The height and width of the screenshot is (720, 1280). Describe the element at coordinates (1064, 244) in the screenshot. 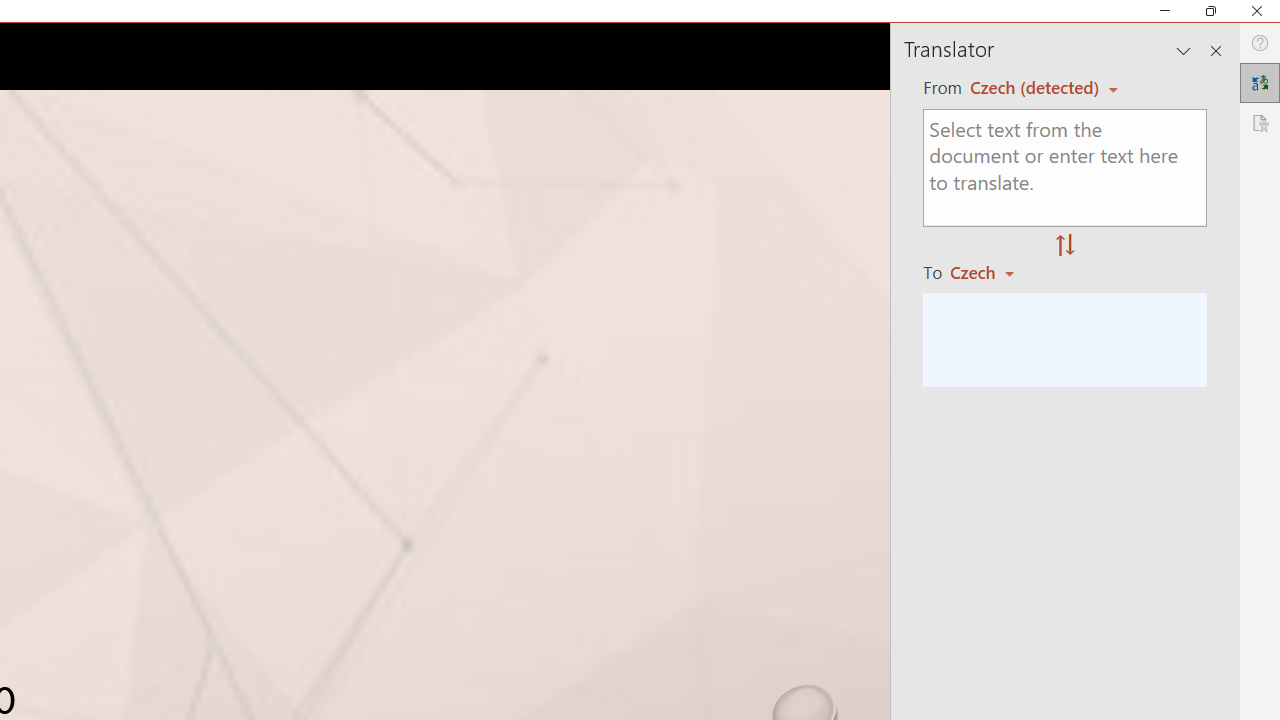

I see `'Swap "from" and "to" languages.'` at that location.